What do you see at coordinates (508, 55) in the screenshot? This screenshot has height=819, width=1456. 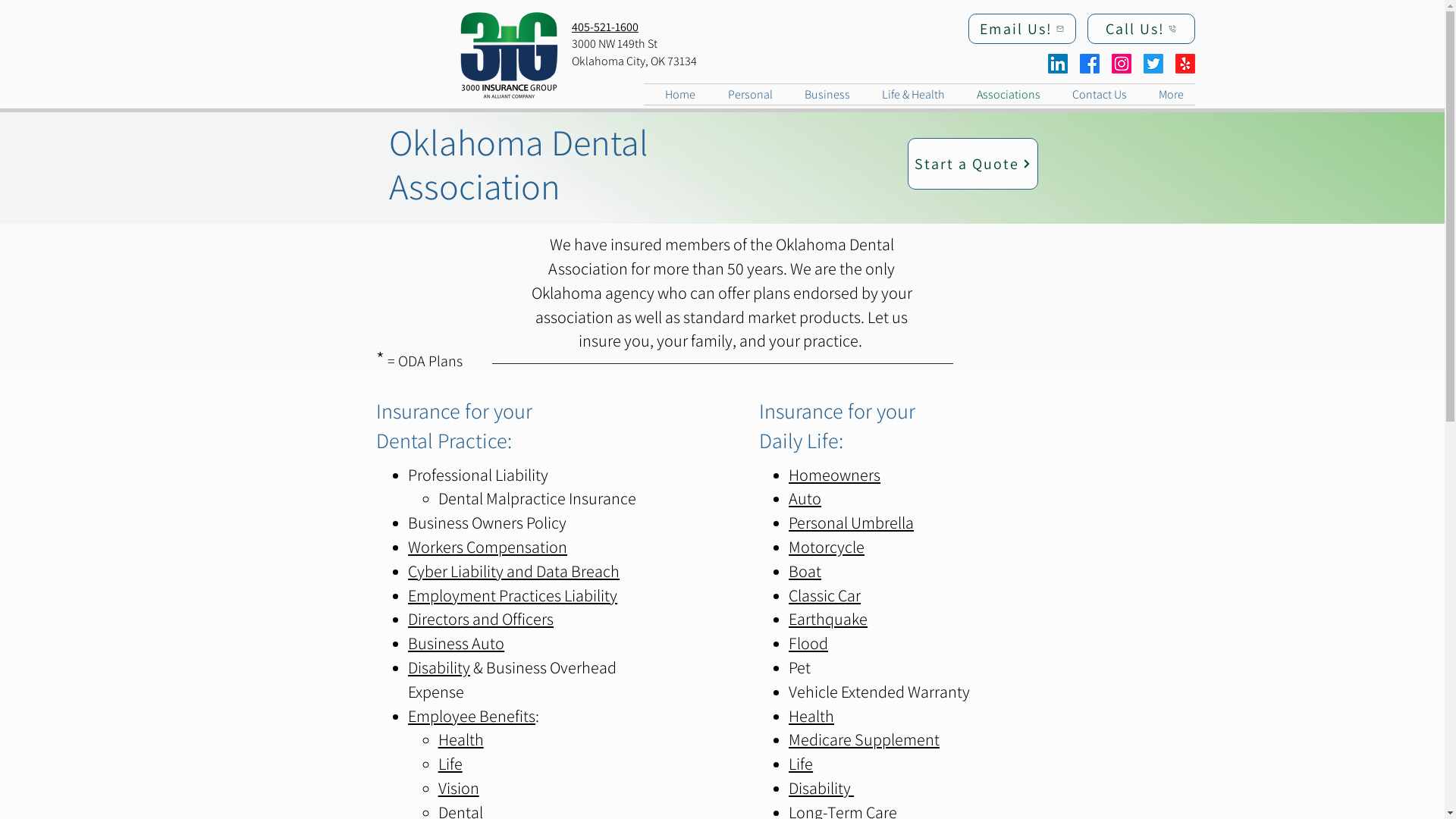 I see `'3iG_logo_CO.png'` at bounding box center [508, 55].